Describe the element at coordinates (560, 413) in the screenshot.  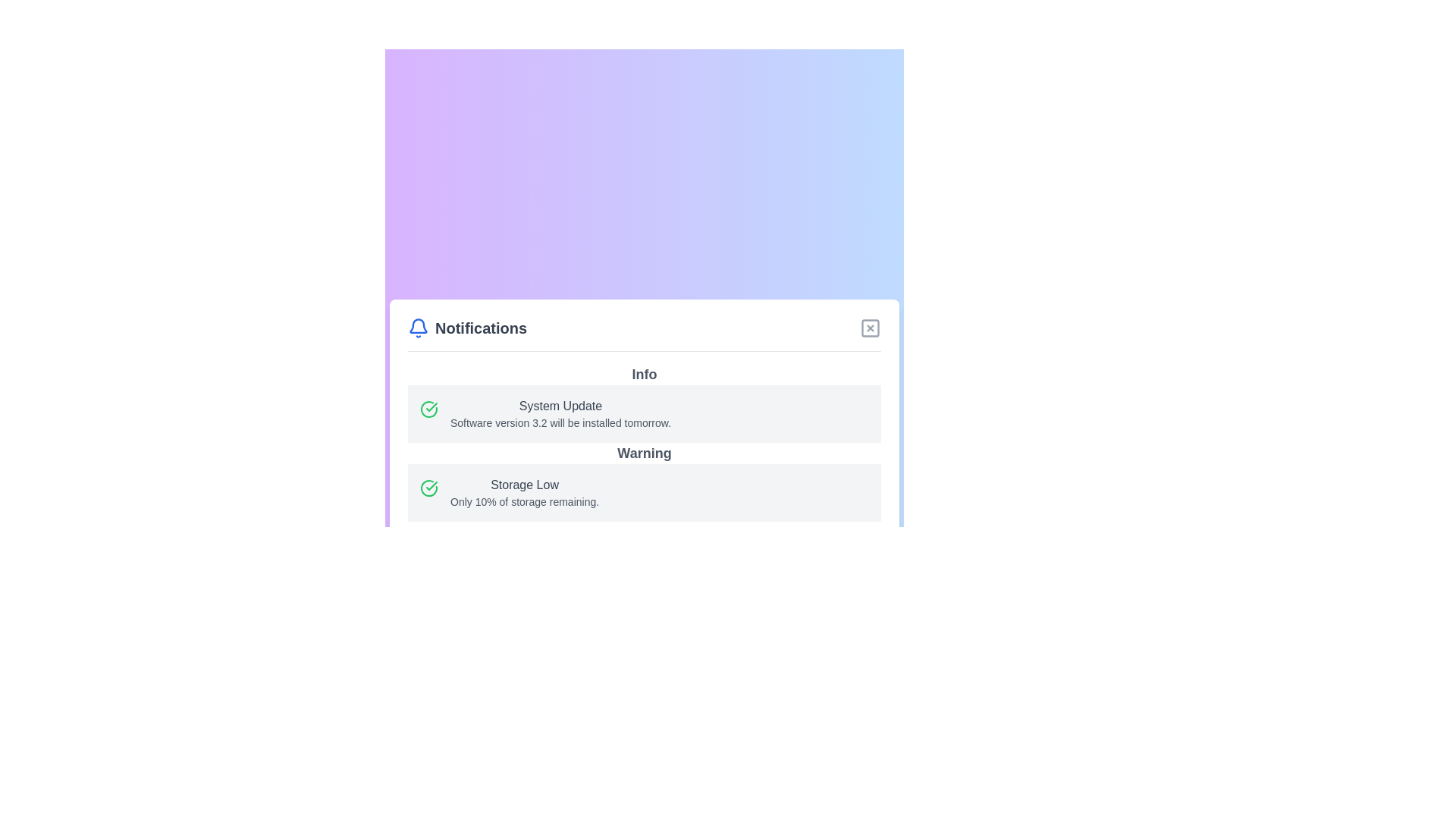
I see `informational text block about the system update scheduled for tomorrow, located in the 'Info' section of the notifications panel, above the 'Storage Low' notification` at that location.